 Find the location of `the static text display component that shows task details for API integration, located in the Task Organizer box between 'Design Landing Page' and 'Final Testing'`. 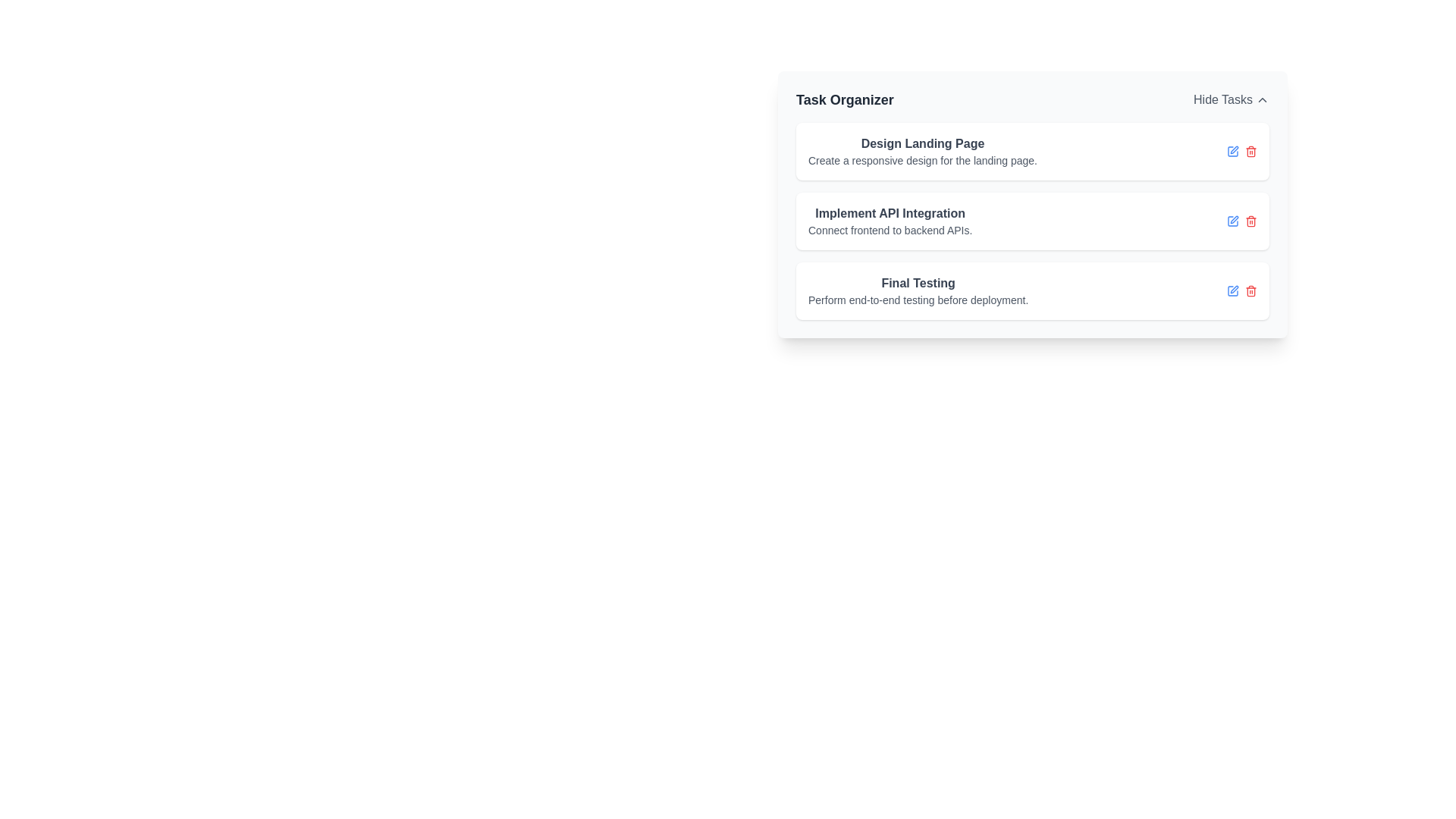

the static text display component that shows task details for API integration, located in the Task Organizer box between 'Design Landing Page' and 'Final Testing' is located at coordinates (890, 221).